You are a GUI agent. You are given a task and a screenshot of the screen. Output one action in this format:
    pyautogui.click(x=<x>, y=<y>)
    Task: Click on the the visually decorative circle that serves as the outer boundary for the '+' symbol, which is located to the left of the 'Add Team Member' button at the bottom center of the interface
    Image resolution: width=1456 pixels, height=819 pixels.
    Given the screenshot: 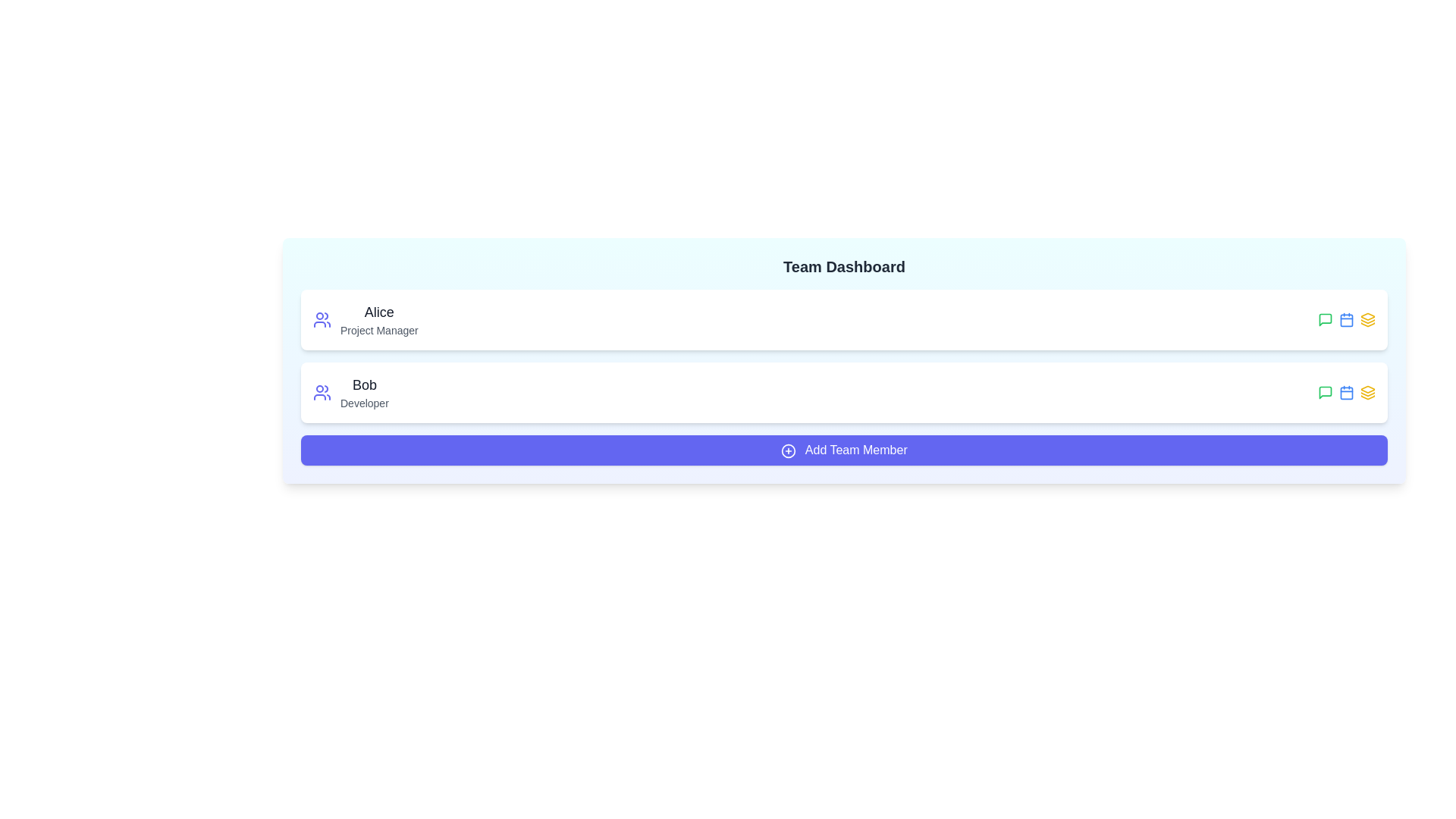 What is the action you would take?
    pyautogui.click(x=789, y=450)
    